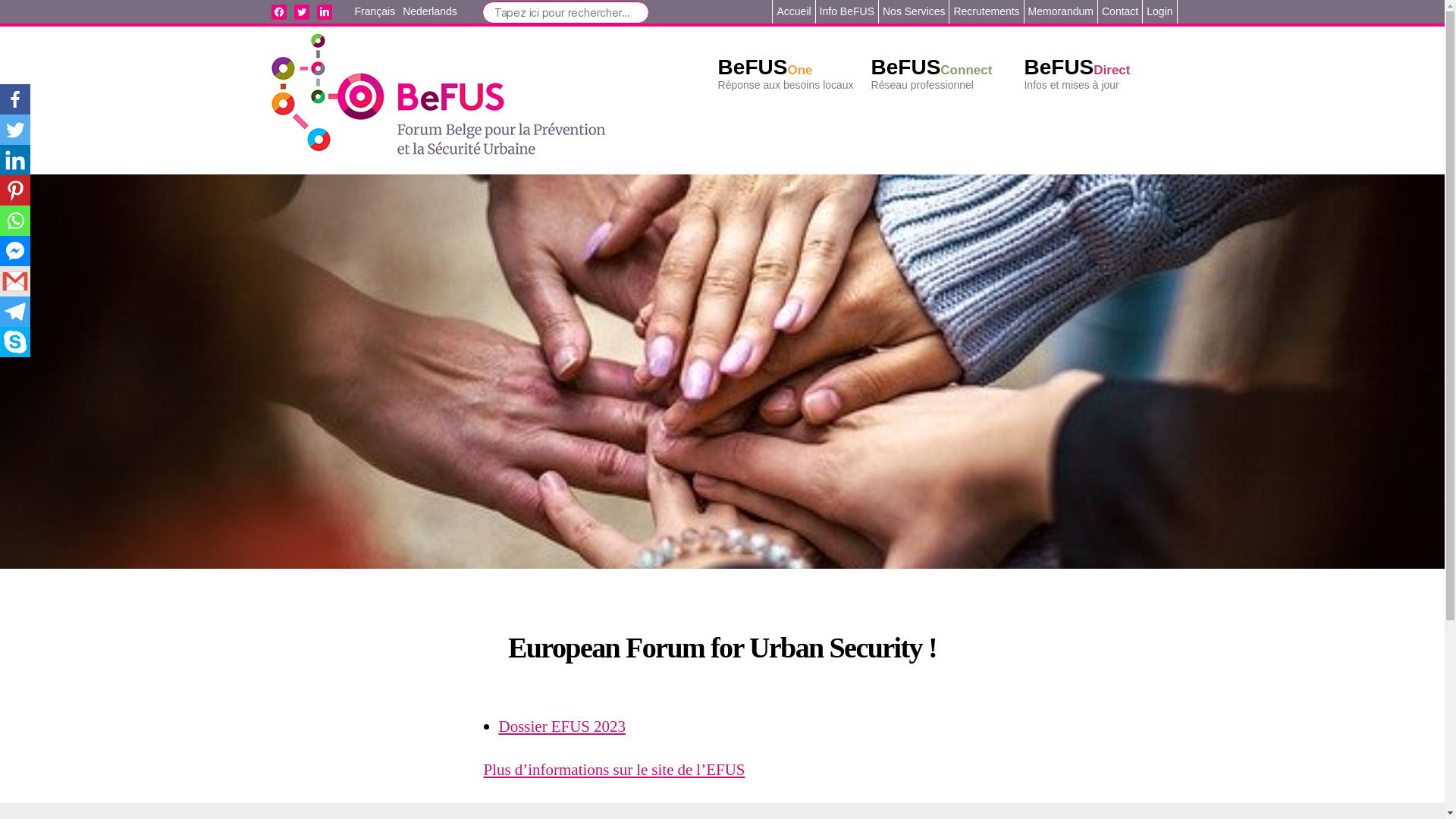 The height and width of the screenshot is (819, 1456). Describe the element at coordinates (0, 160) in the screenshot. I see `'Linkedin'` at that location.